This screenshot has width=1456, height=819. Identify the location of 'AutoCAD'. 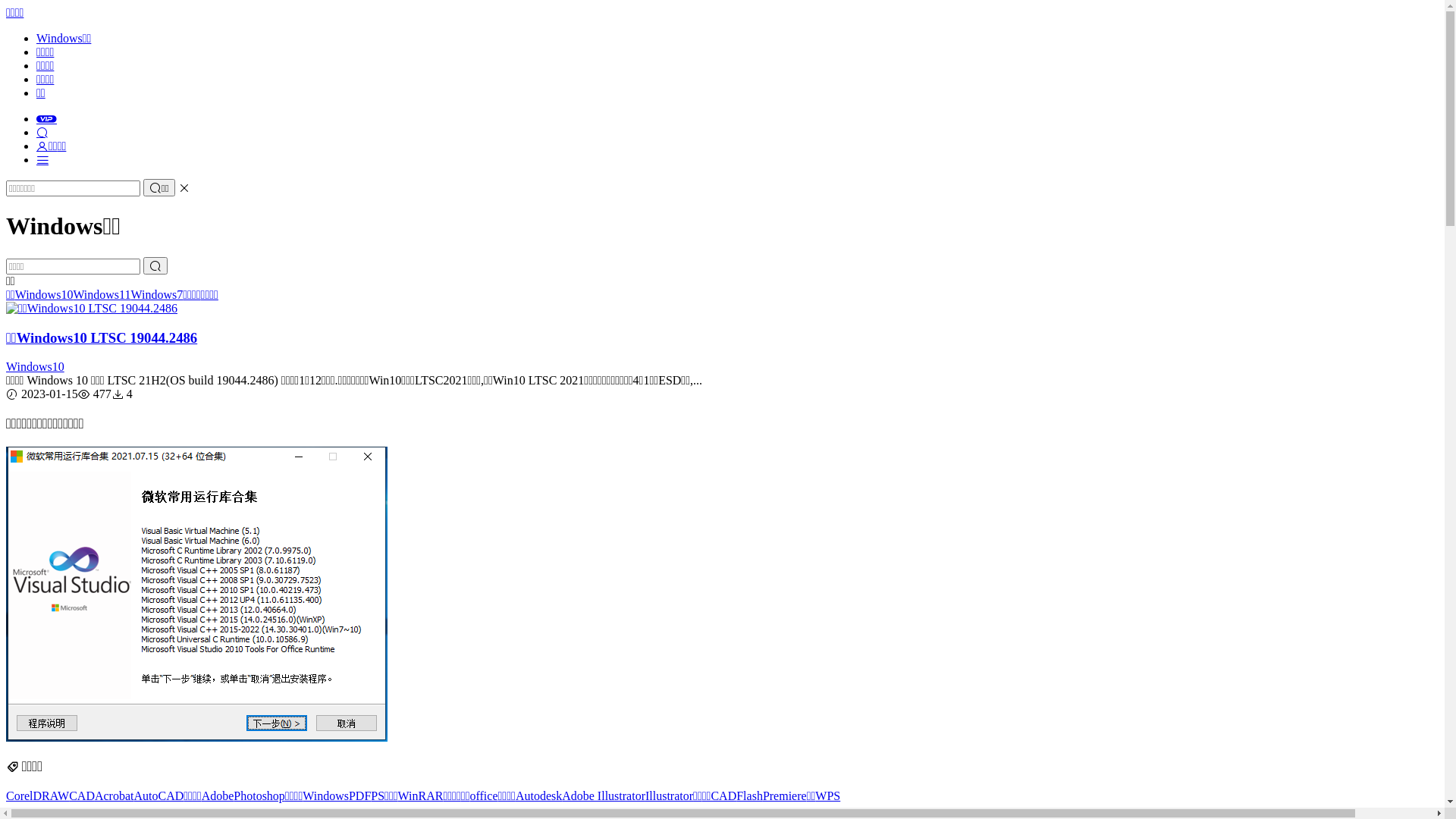
(158, 795).